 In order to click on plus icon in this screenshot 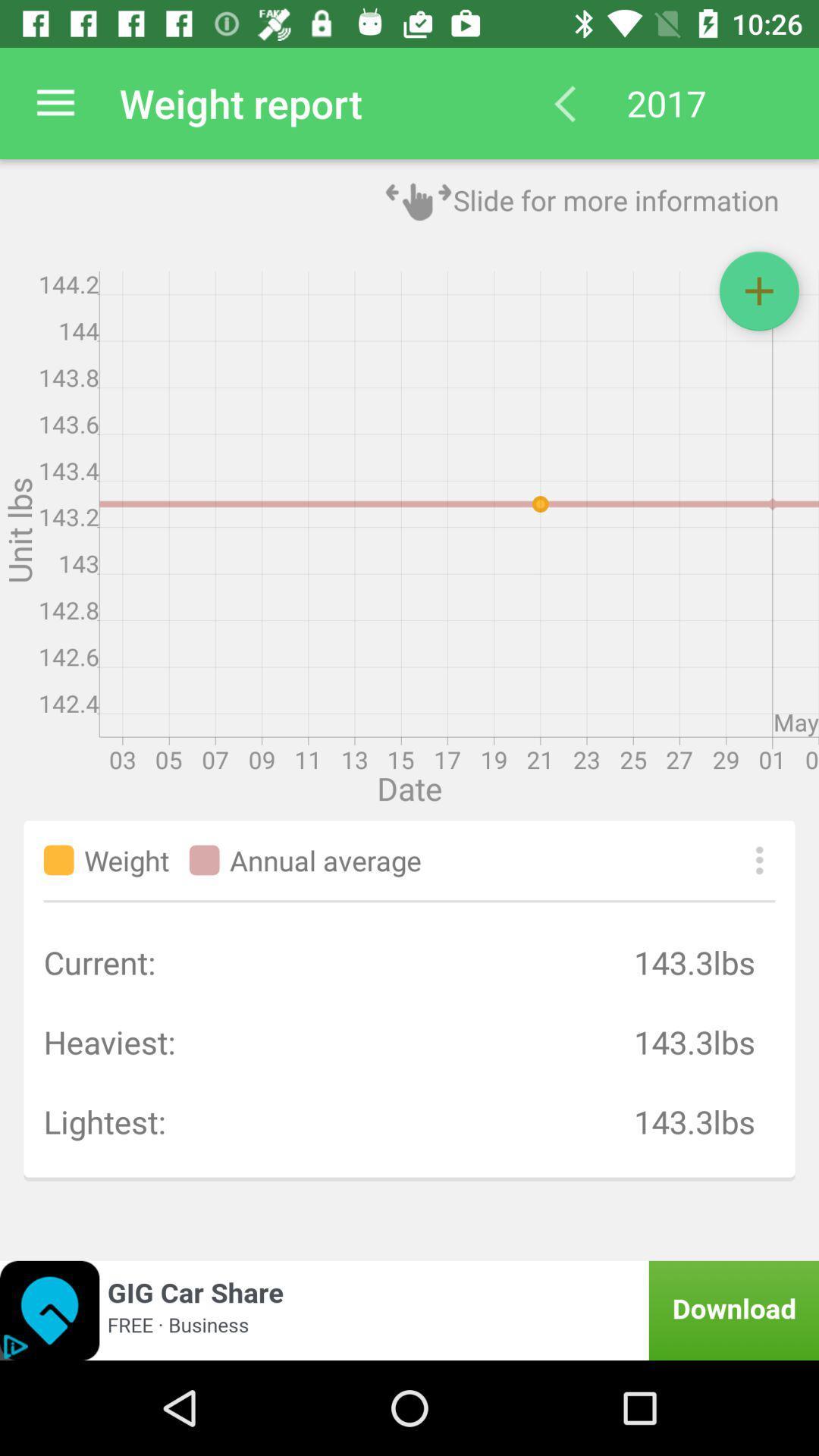, I will do `click(759, 291)`.